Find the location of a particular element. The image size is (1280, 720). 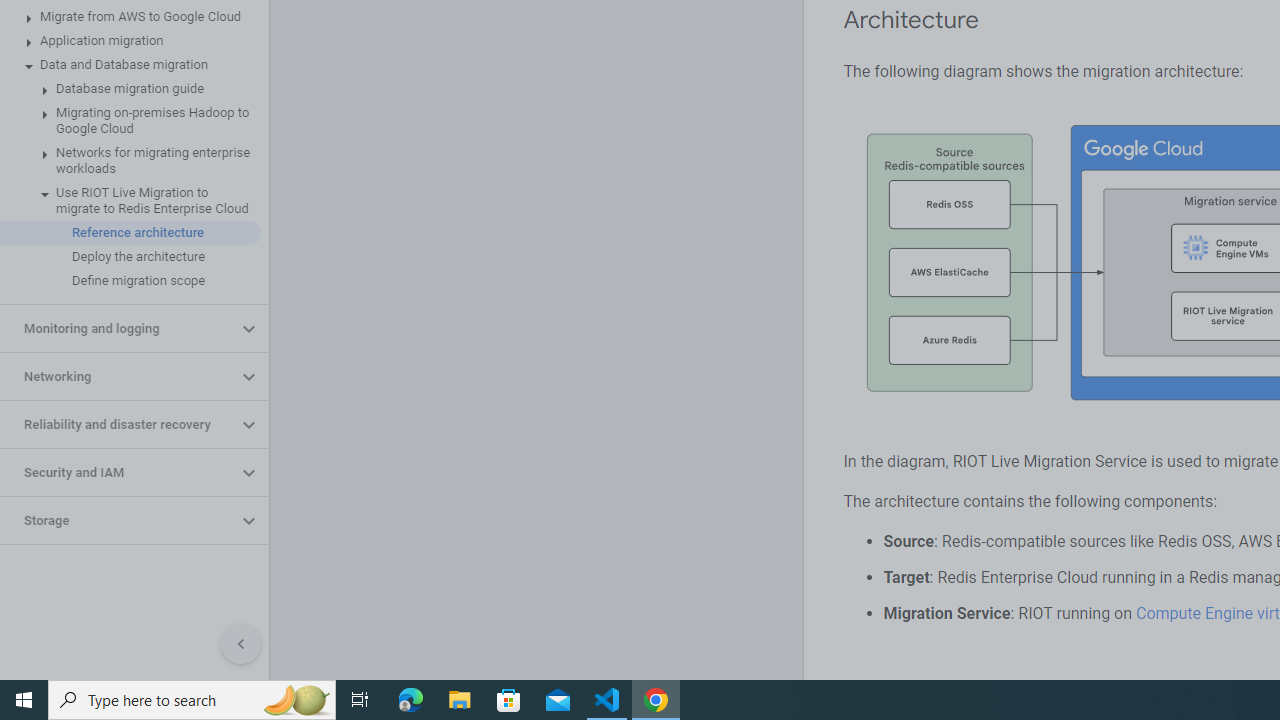

'Reference architecture' is located at coordinates (129, 231).